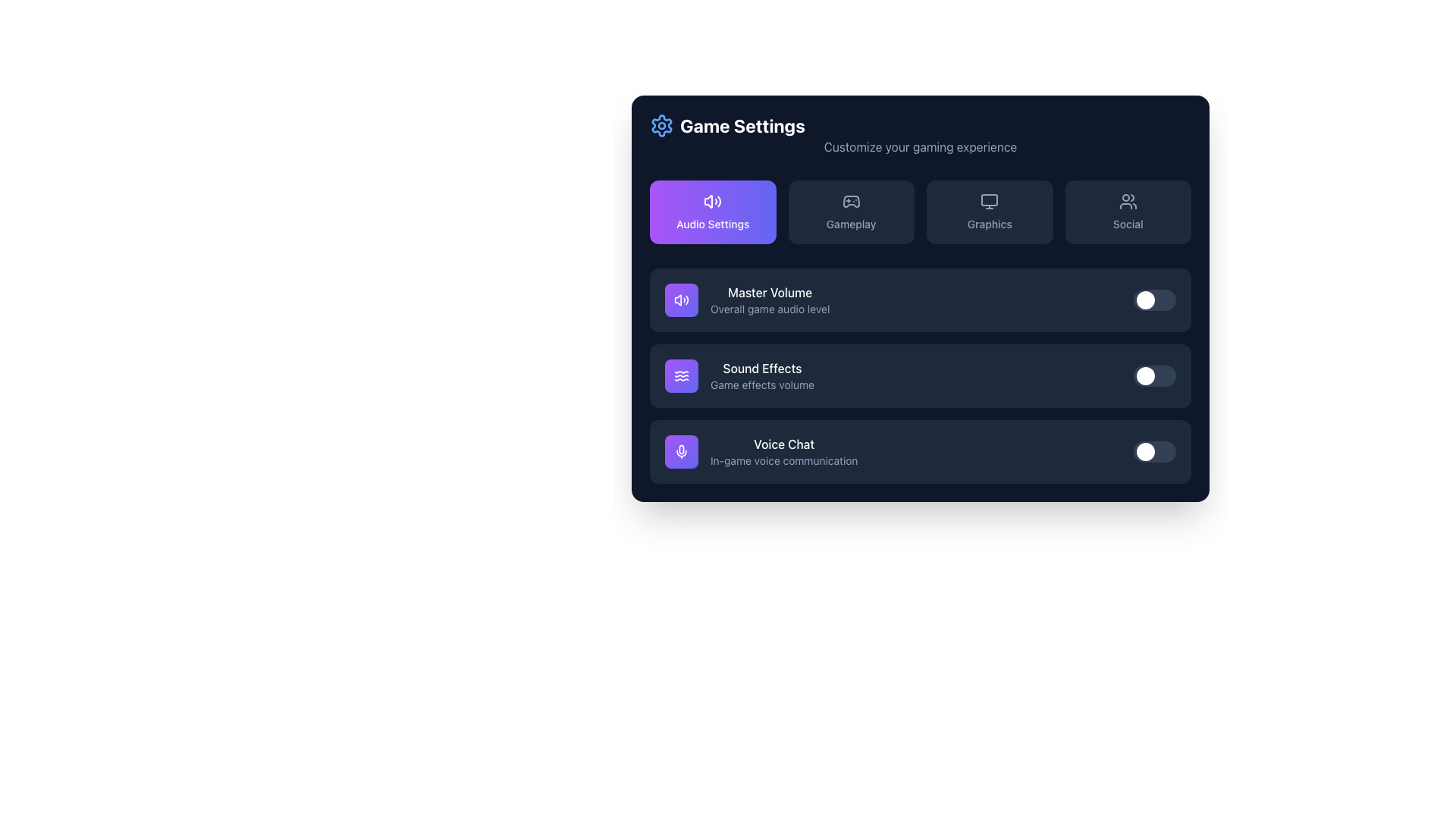  What do you see at coordinates (1128, 201) in the screenshot?
I see `the user community icon, which is represented by two overlapping silhouettes, located within the 'Social' button at the top-right of the interface` at bounding box center [1128, 201].